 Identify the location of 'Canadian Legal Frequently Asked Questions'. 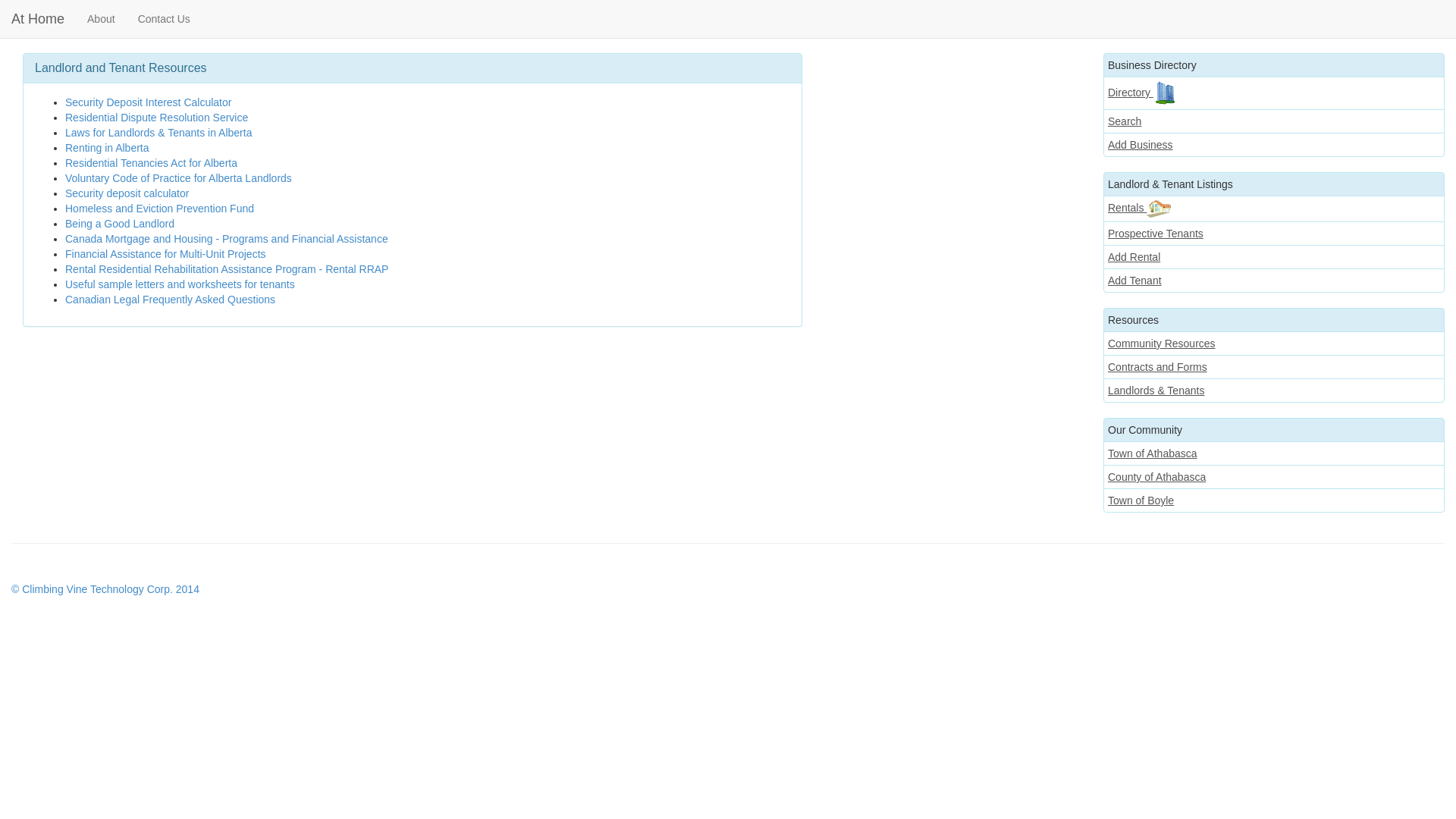
(170, 299).